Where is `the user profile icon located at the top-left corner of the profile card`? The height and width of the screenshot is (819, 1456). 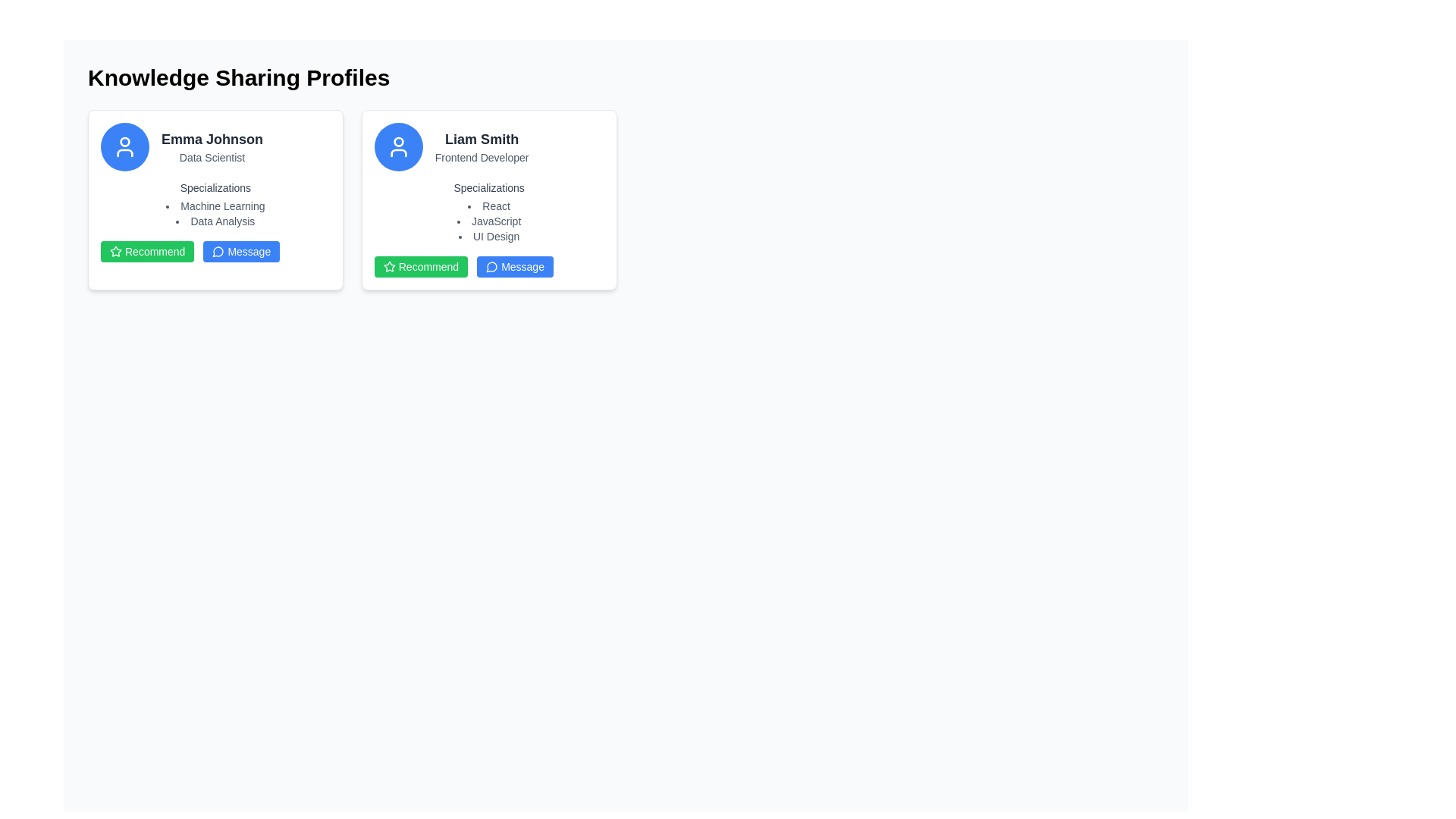
the user profile icon located at the top-left corner of the profile card is located at coordinates (124, 152).